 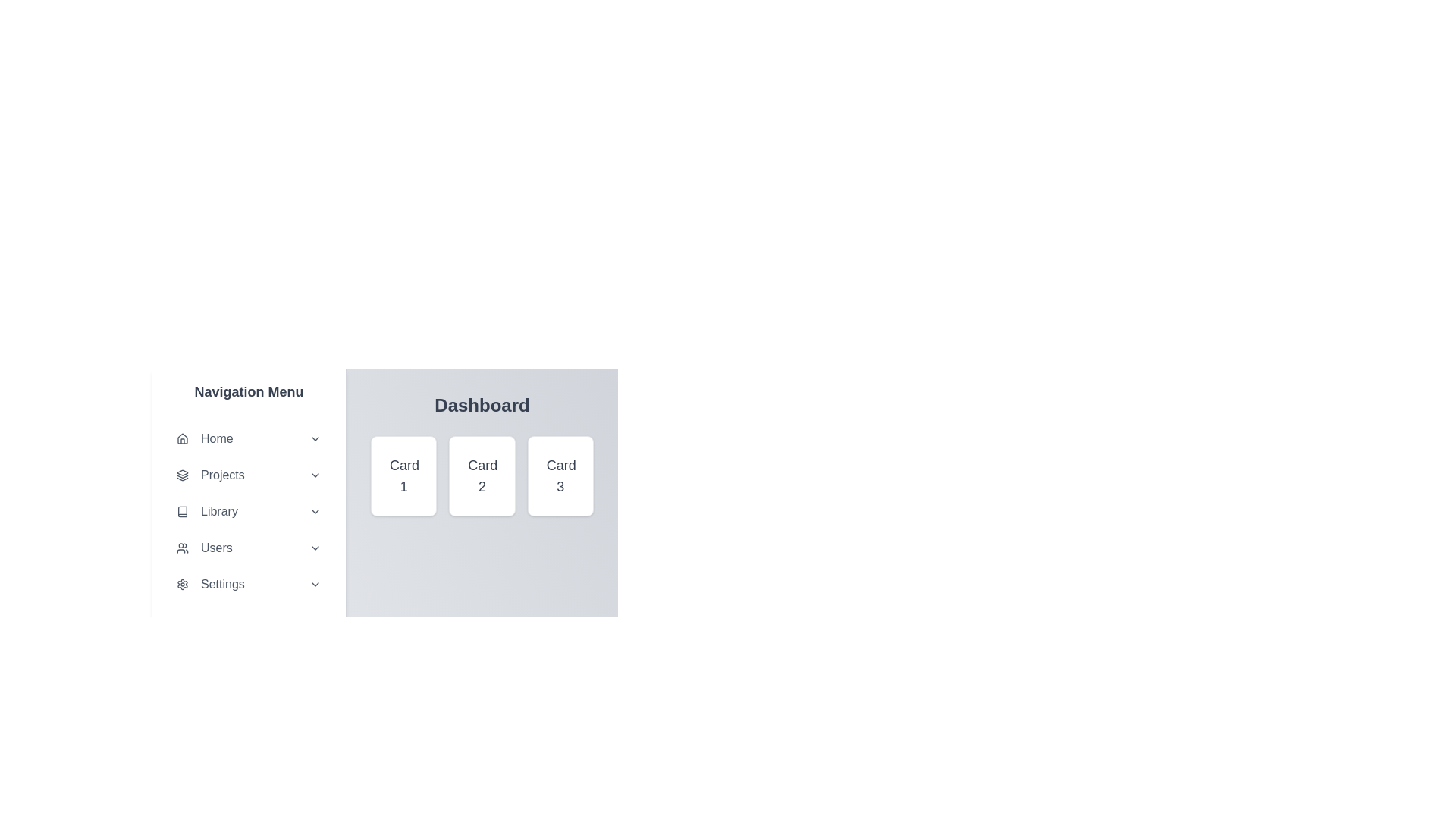 I want to click on the downward chevron icon located in the 'Users' section of the left sidebar to visually highlight it, so click(x=315, y=548).